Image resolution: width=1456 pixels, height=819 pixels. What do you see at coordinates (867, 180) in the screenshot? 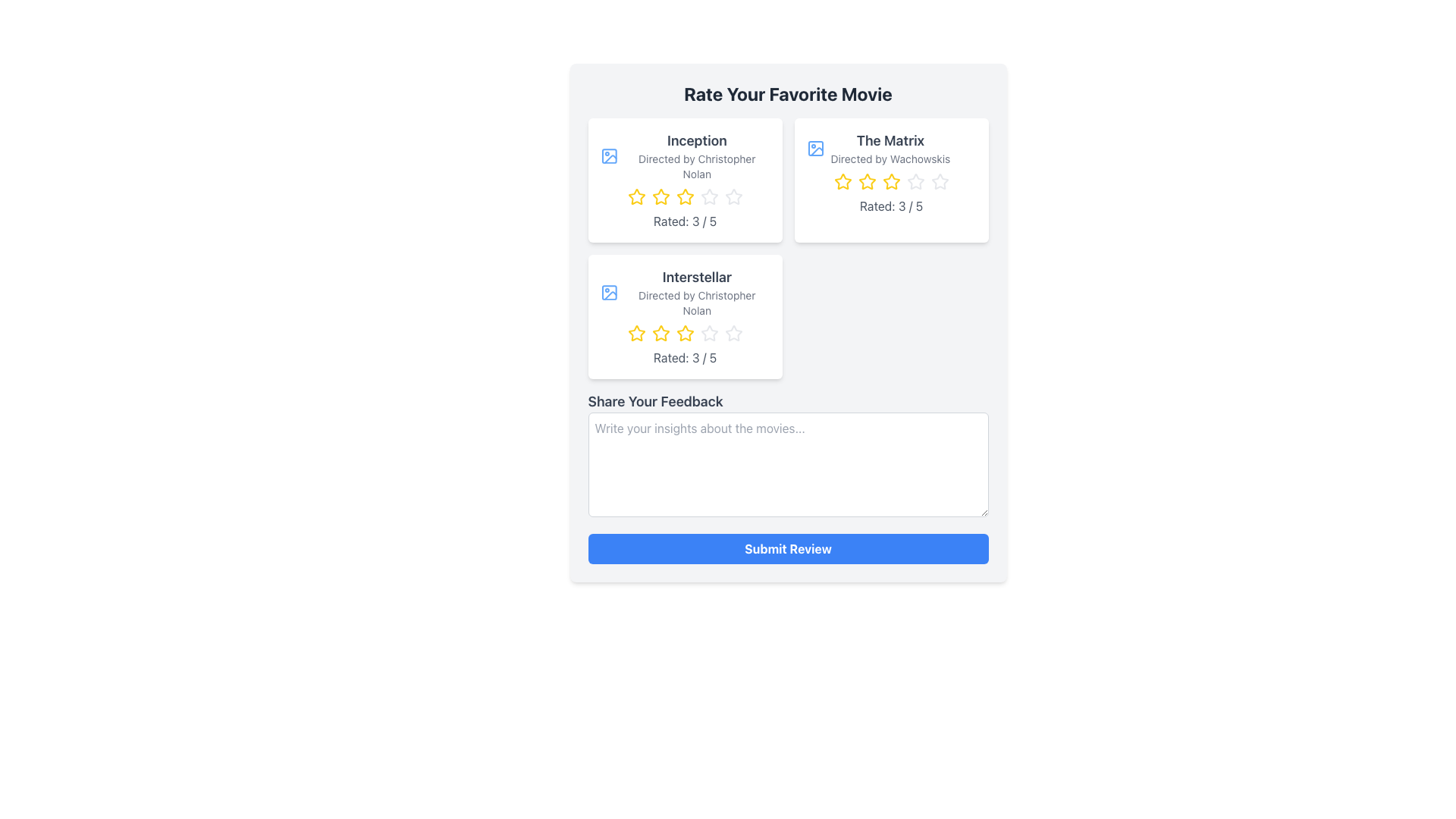
I see `the second yellow star in the rating row for 'The Matrix' to assign a rating` at bounding box center [867, 180].